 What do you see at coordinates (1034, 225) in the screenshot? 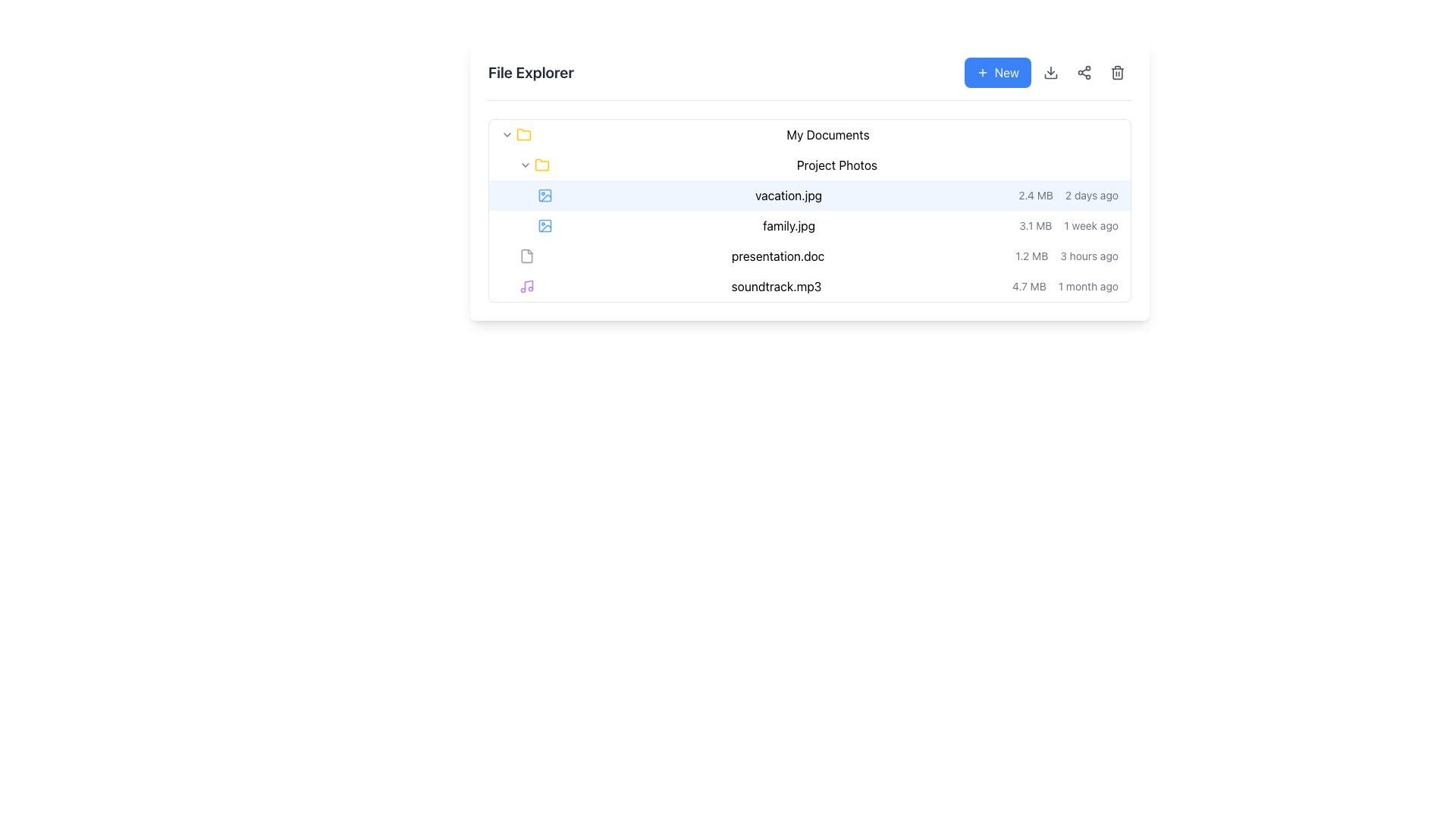
I see `the text label displaying the file size '3.1 MB', which is located in the second row of items under the 'family.jpg' file, positioned to the right of the file name and to the left of the date label '1 week ago'` at bounding box center [1034, 225].